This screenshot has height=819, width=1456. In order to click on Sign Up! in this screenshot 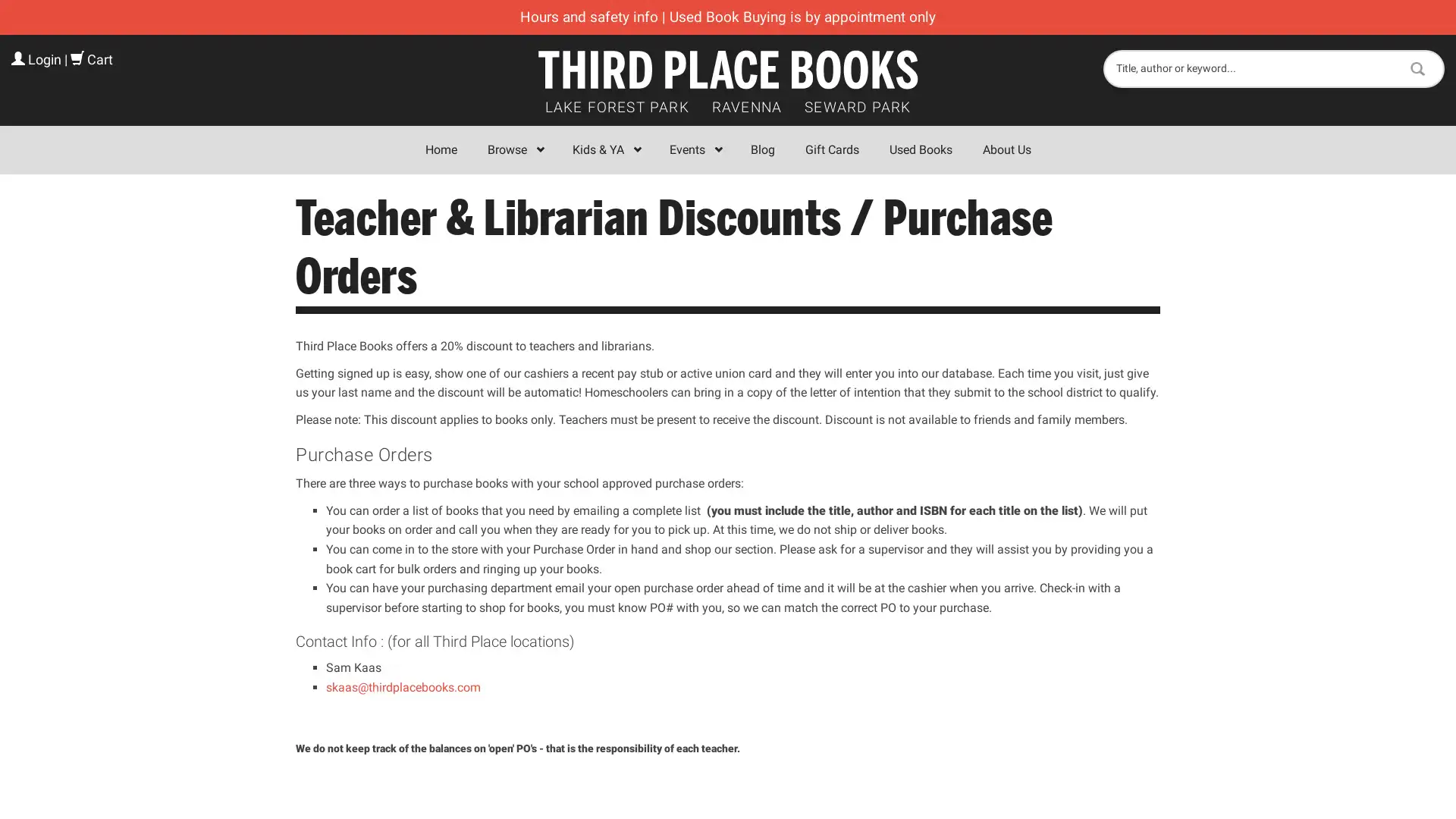, I will do `click(728, 564)`.